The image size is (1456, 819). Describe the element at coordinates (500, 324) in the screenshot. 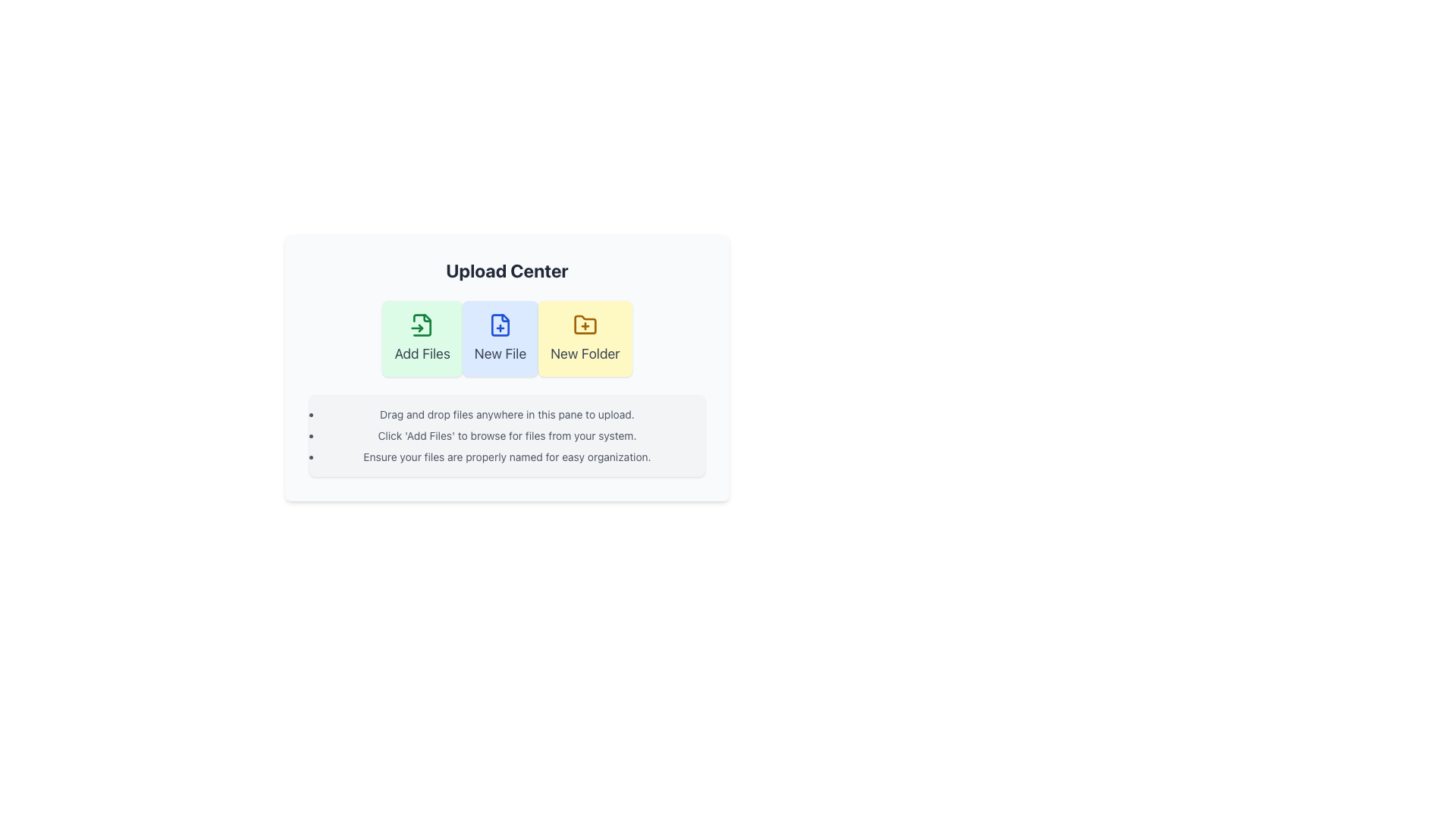

I see `the Decorative SVG graphic icon within the 'New File' button, which is part of the button group located beneath the 'Upload Center' title` at that location.